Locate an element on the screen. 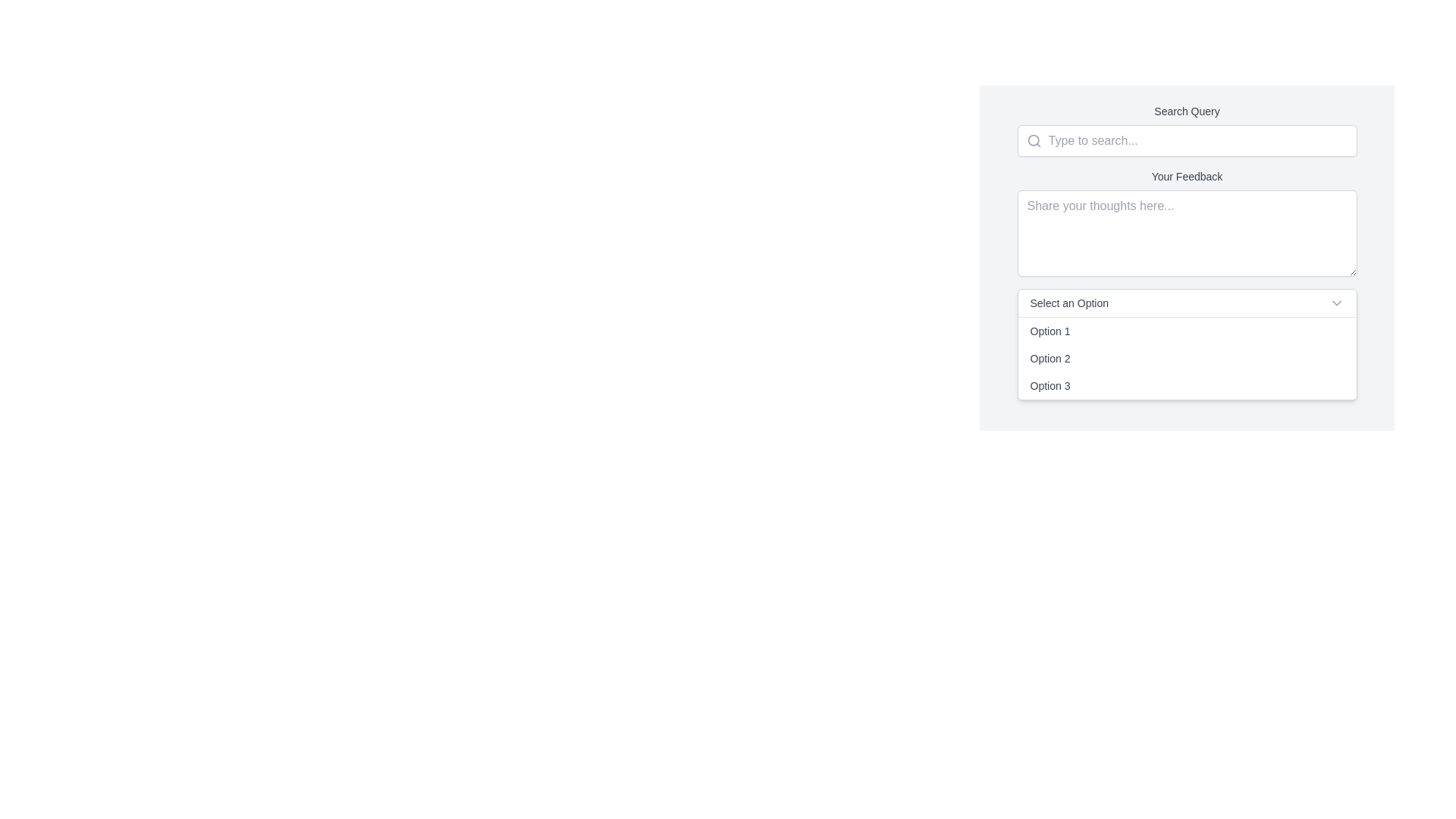 This screenshot has width=1456, height=819. an option in the dropdown menu located directly below the 'Select an Option' dropdown to make a selection is located at coordinates (1186, 358).